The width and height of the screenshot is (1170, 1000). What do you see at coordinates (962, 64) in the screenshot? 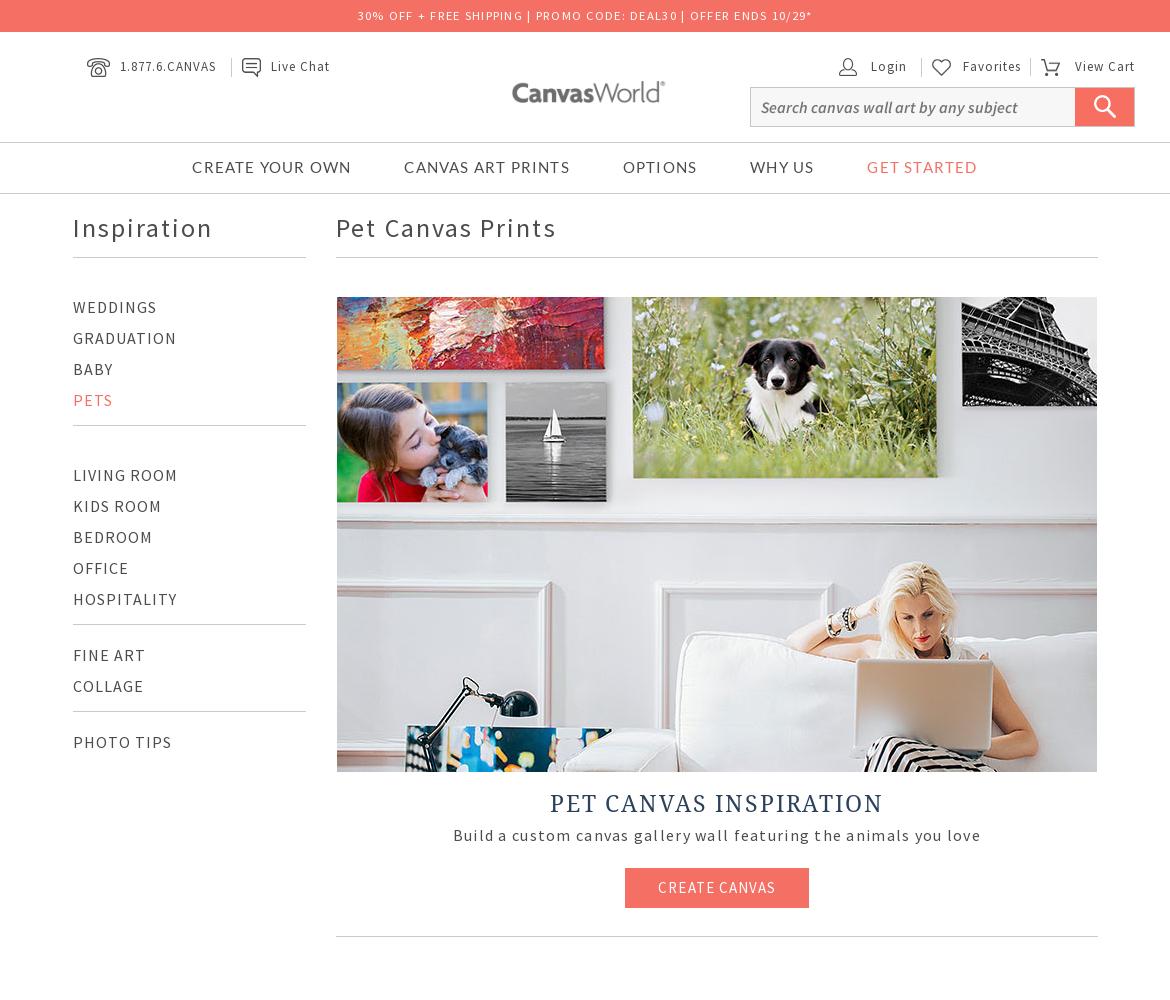
I see `'Favorites'` at bounding box center [962, 64].